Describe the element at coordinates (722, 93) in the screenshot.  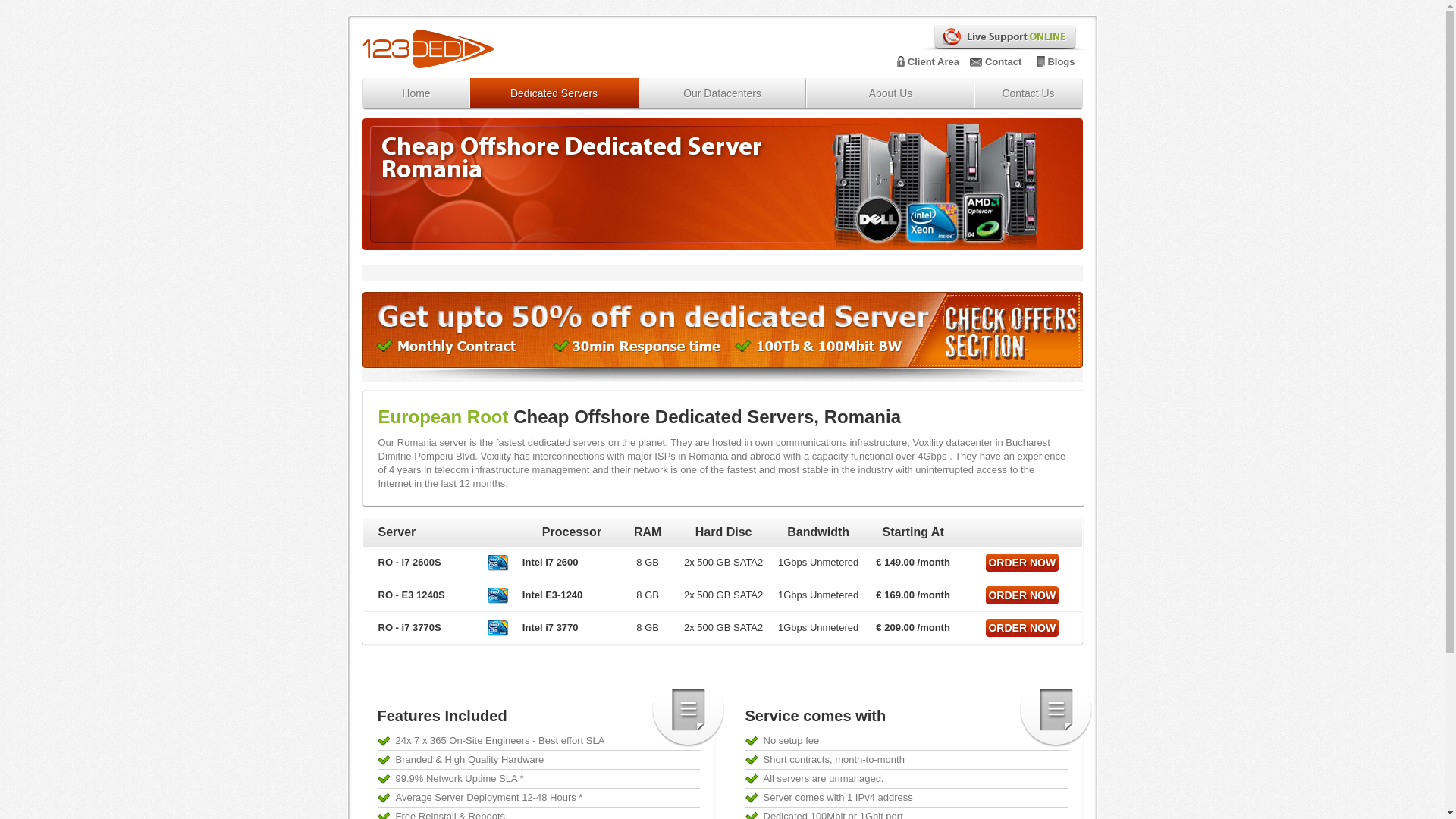
I see `'Our Datacenters'` at that location.